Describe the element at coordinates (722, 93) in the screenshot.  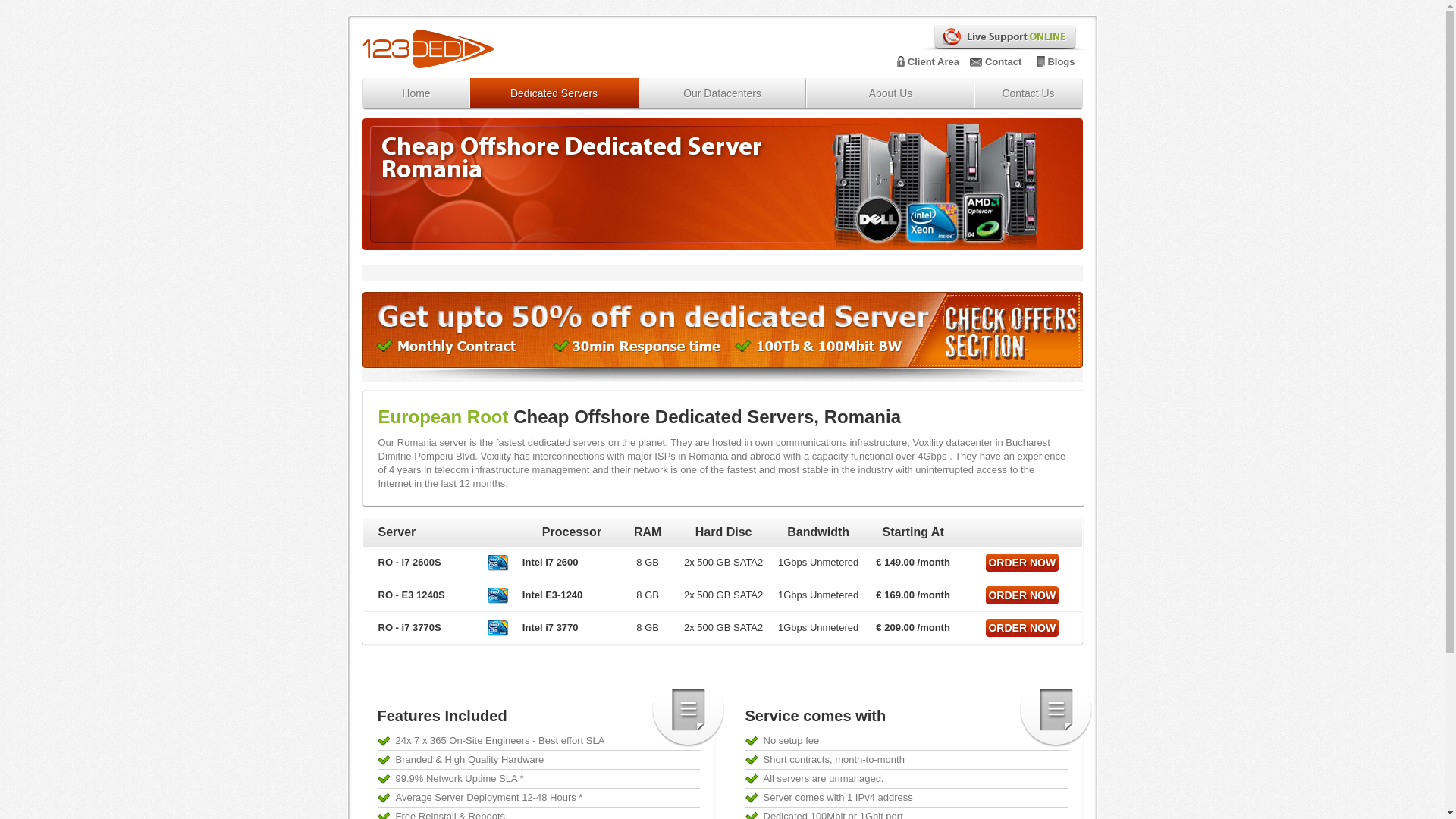
I see `'Our Datacenters'` at that location.